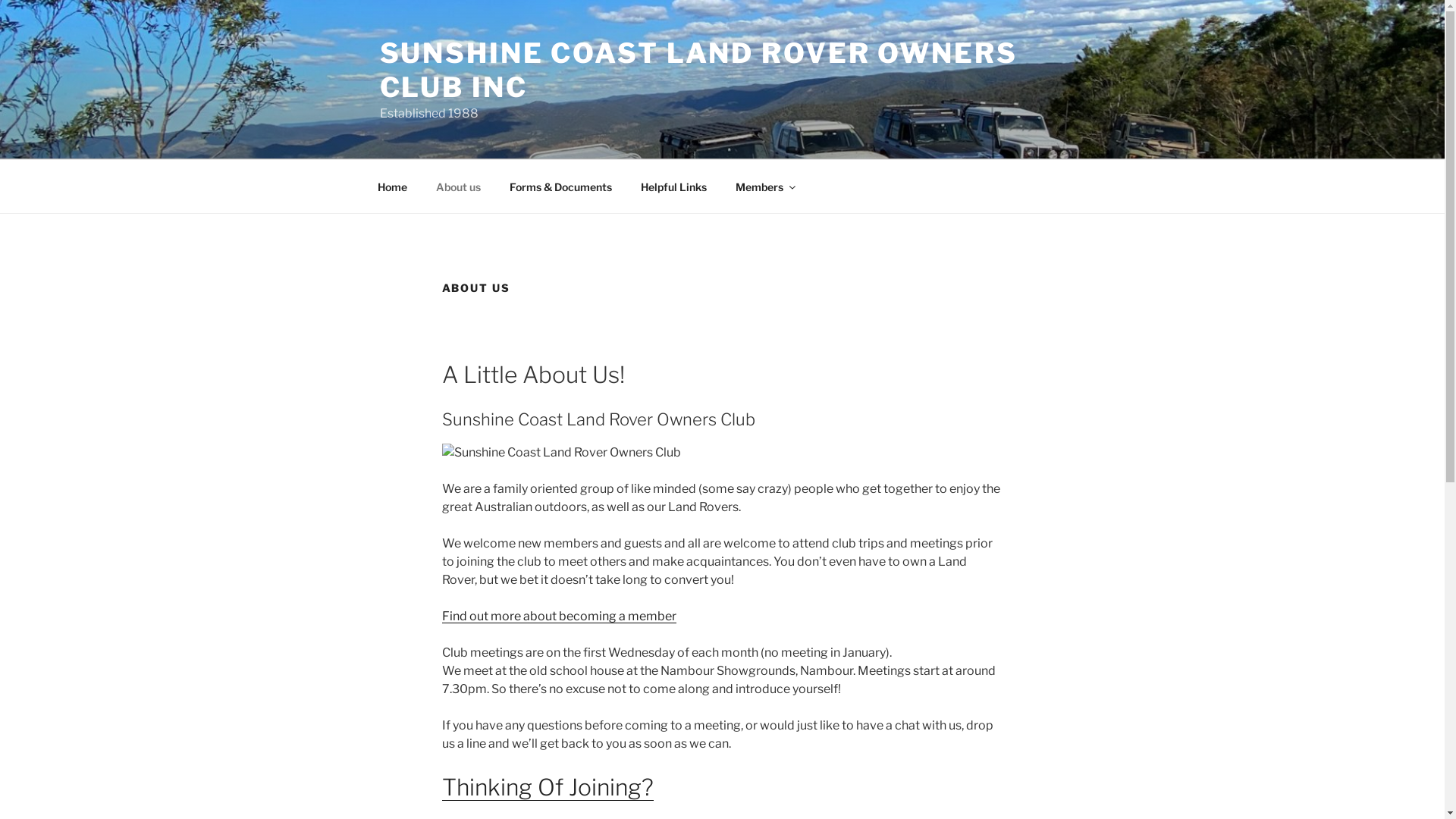 The image size is (1456, 819). I want to click on 'Thinking Of Joining?', so click(546, 786).